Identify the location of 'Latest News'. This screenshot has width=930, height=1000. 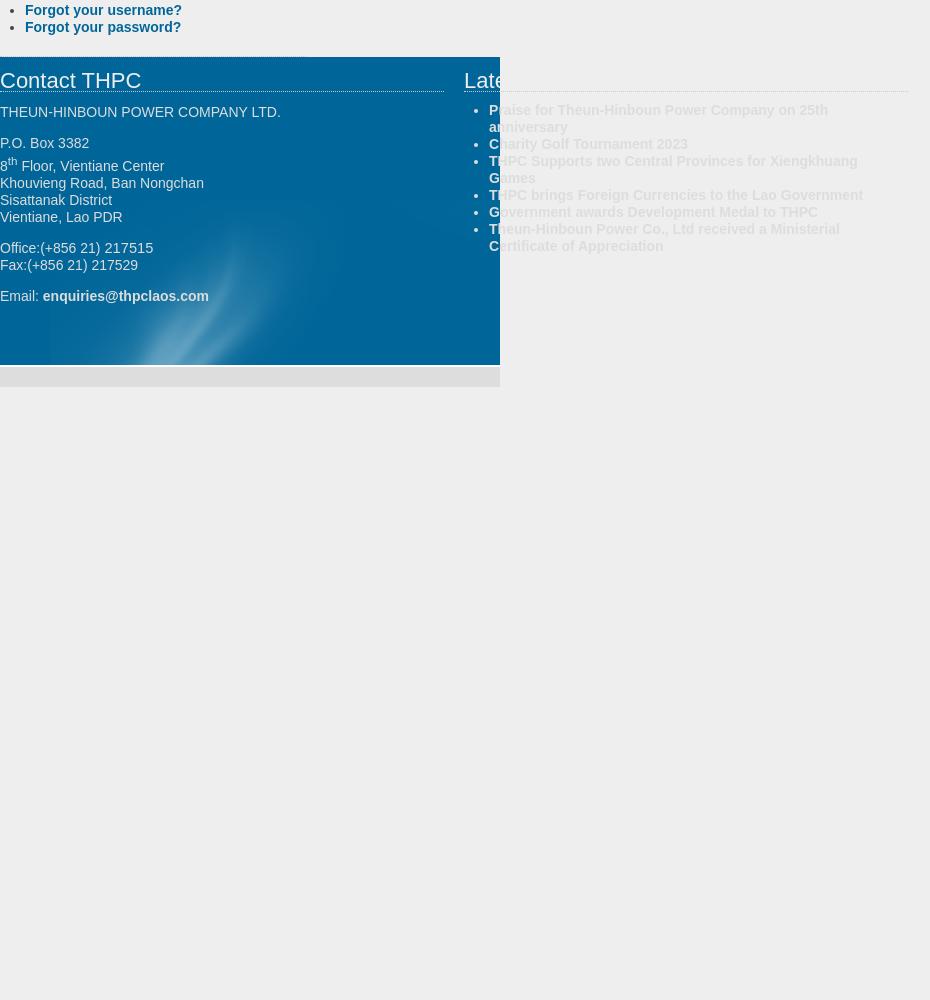
(523, 79).